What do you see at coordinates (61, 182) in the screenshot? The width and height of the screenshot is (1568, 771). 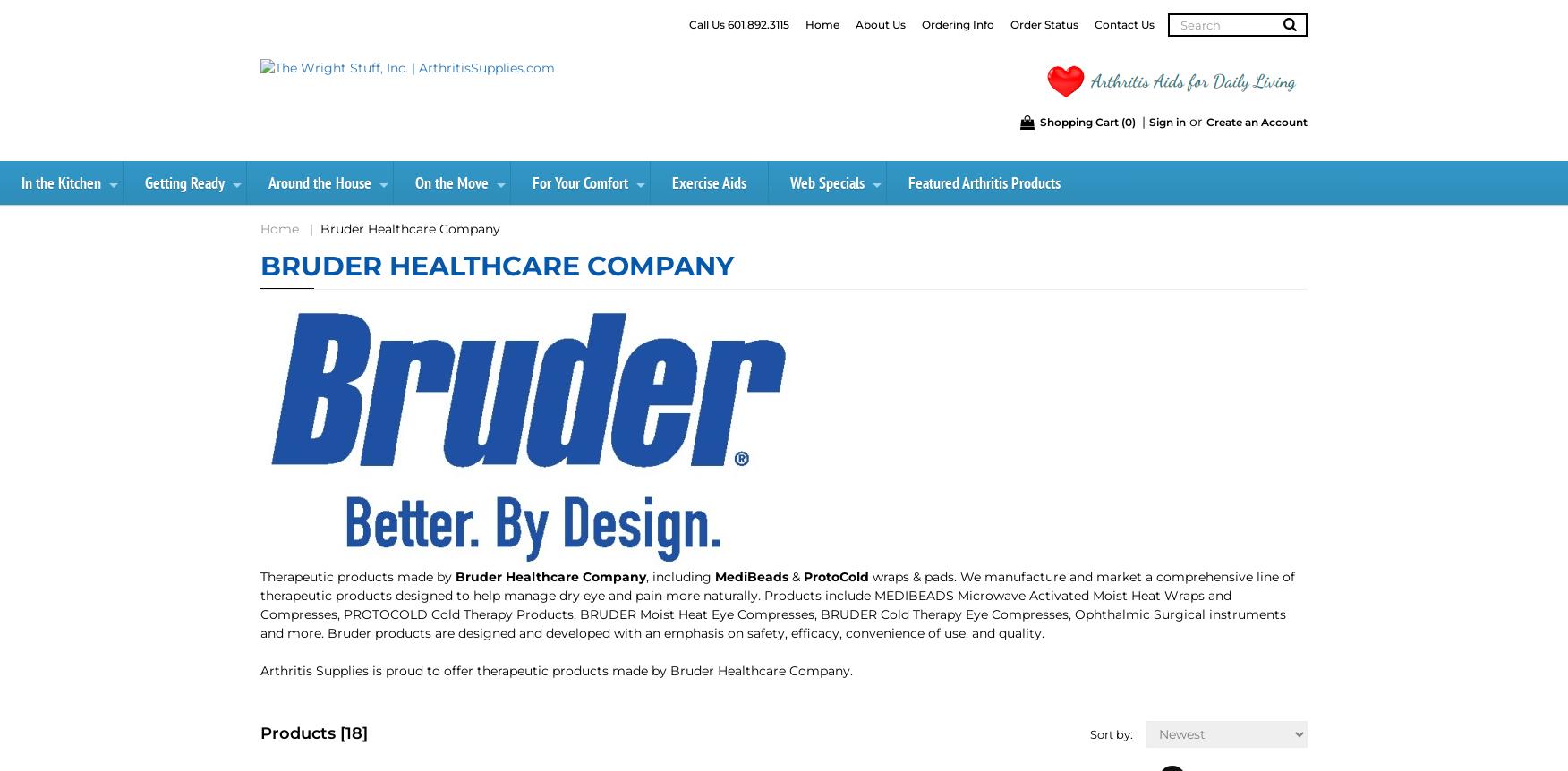 I see `'In the Kitchen'` at bounding box center [61, 182].